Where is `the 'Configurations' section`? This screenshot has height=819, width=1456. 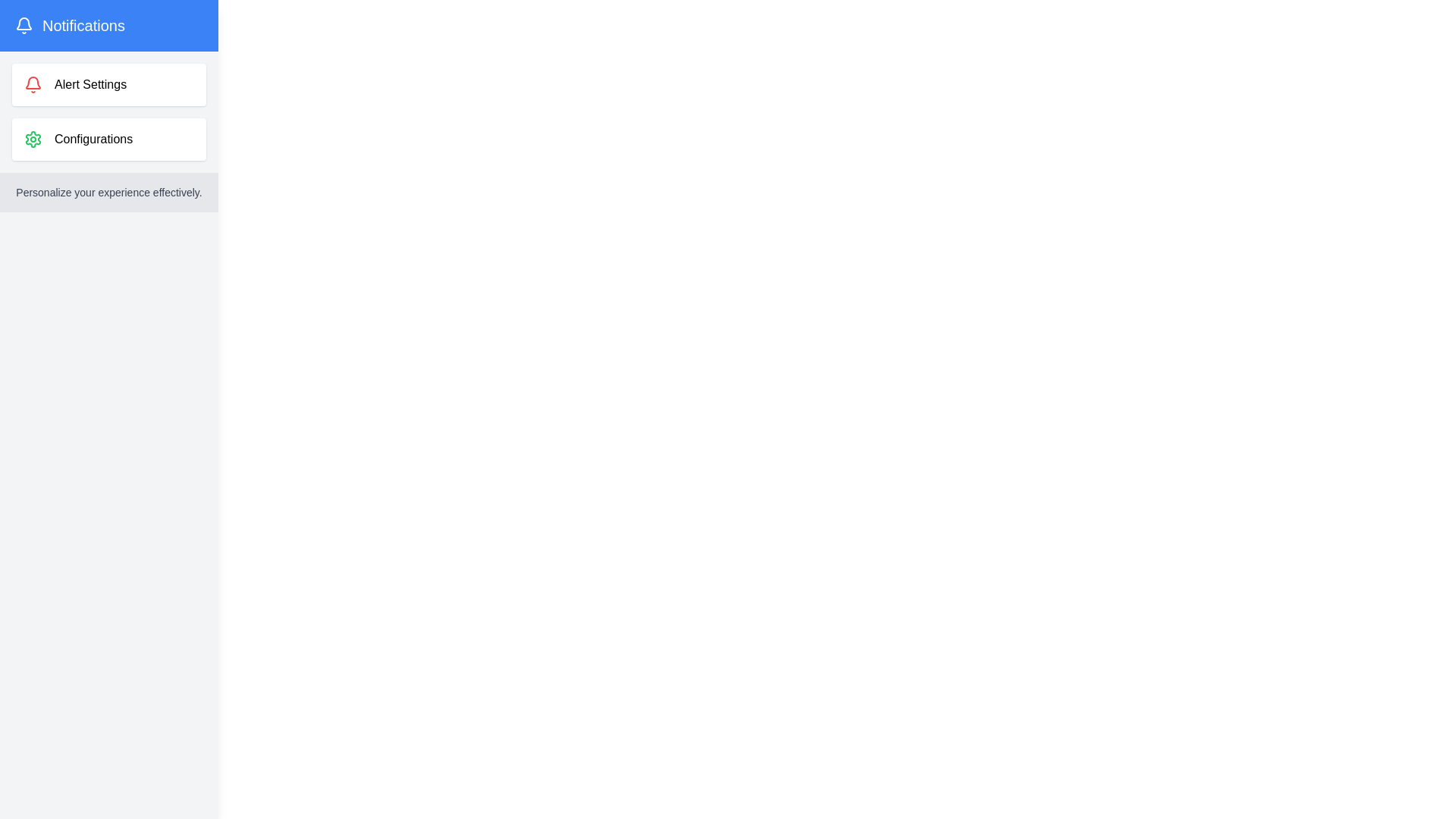
the 'Configurations' section is located at coordinates (108, 140).